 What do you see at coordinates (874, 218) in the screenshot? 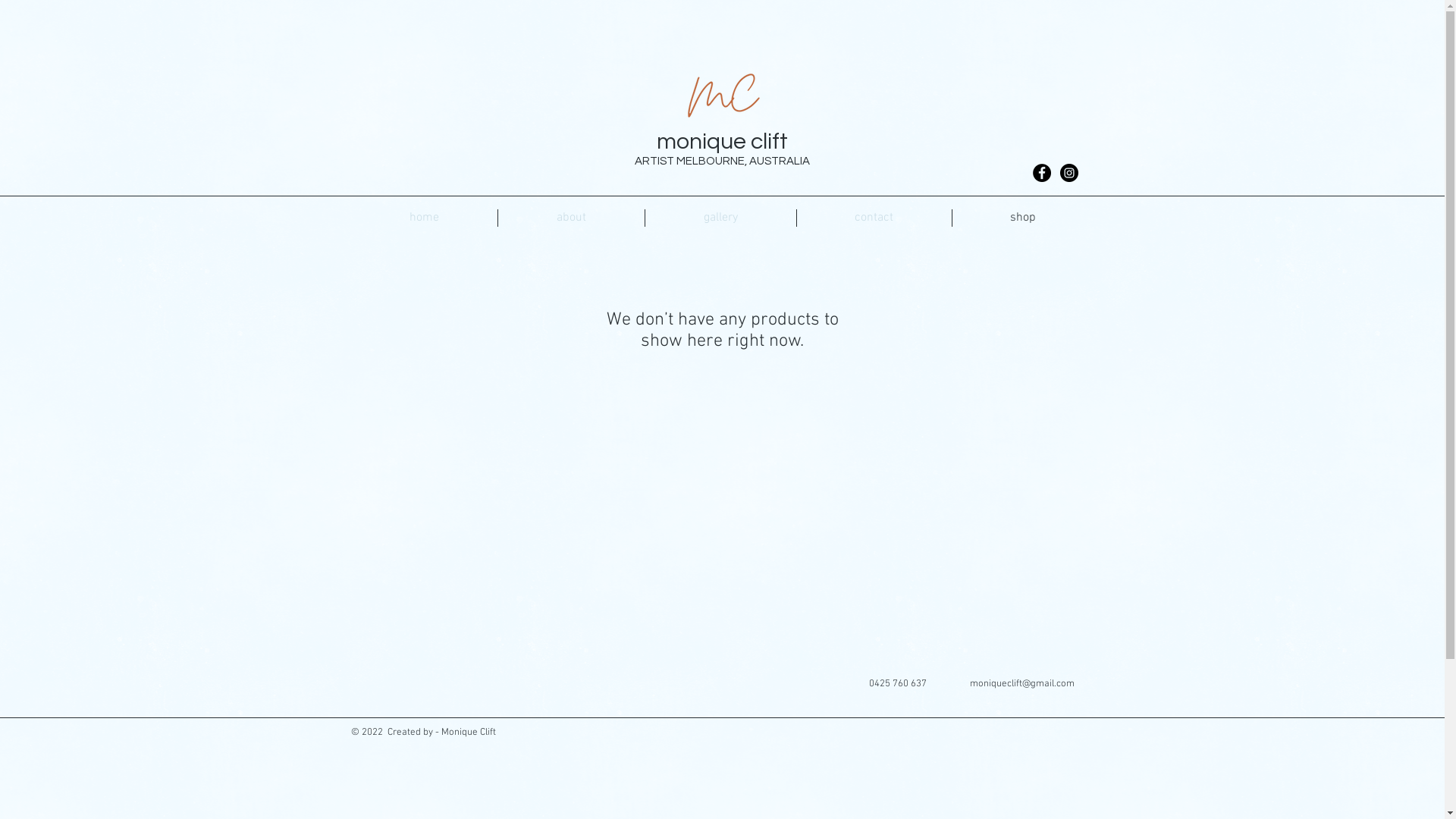
I see `'contact'` at bounding box center [874, 218].